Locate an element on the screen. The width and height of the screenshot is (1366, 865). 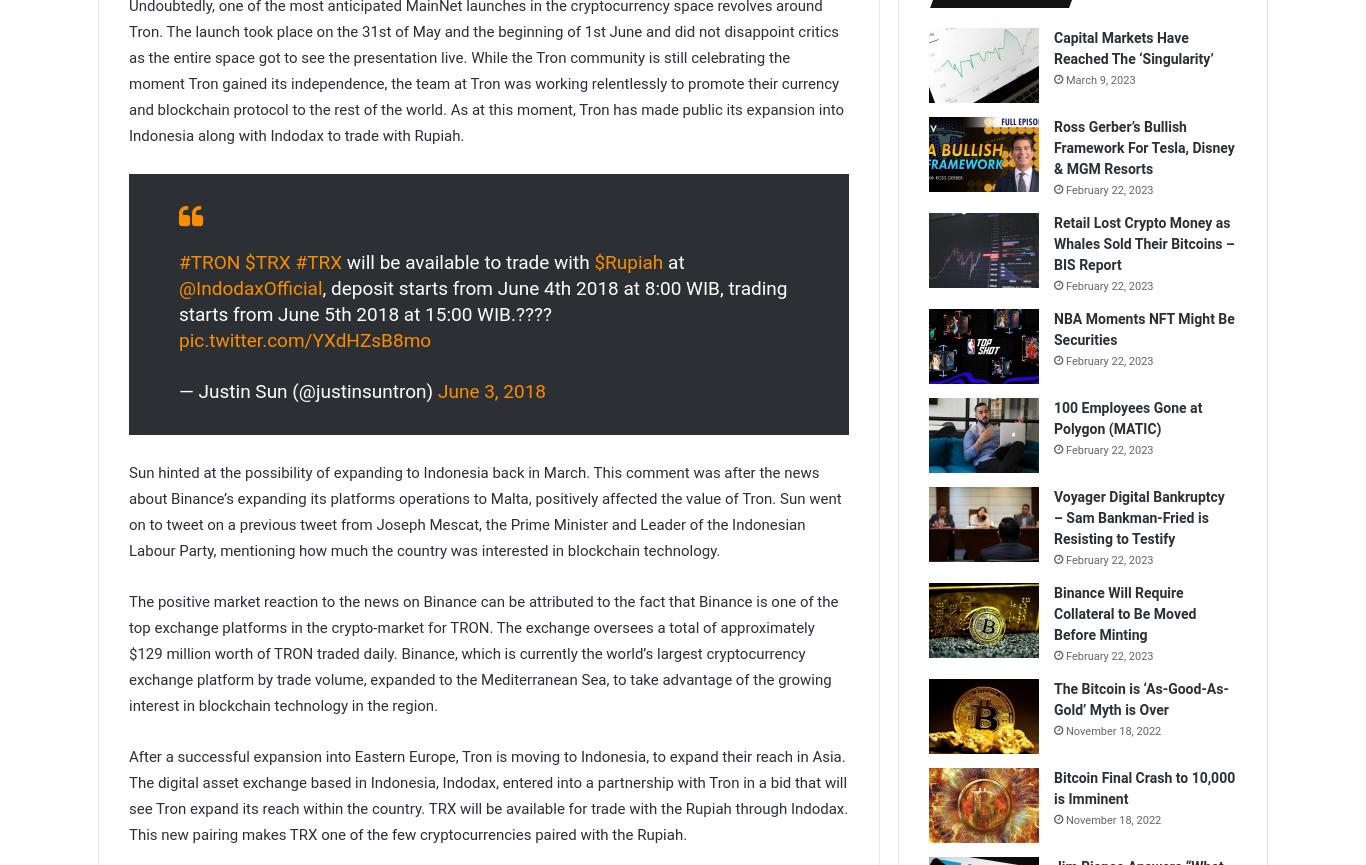
'$TRX' is located at coordinates (267, 260).